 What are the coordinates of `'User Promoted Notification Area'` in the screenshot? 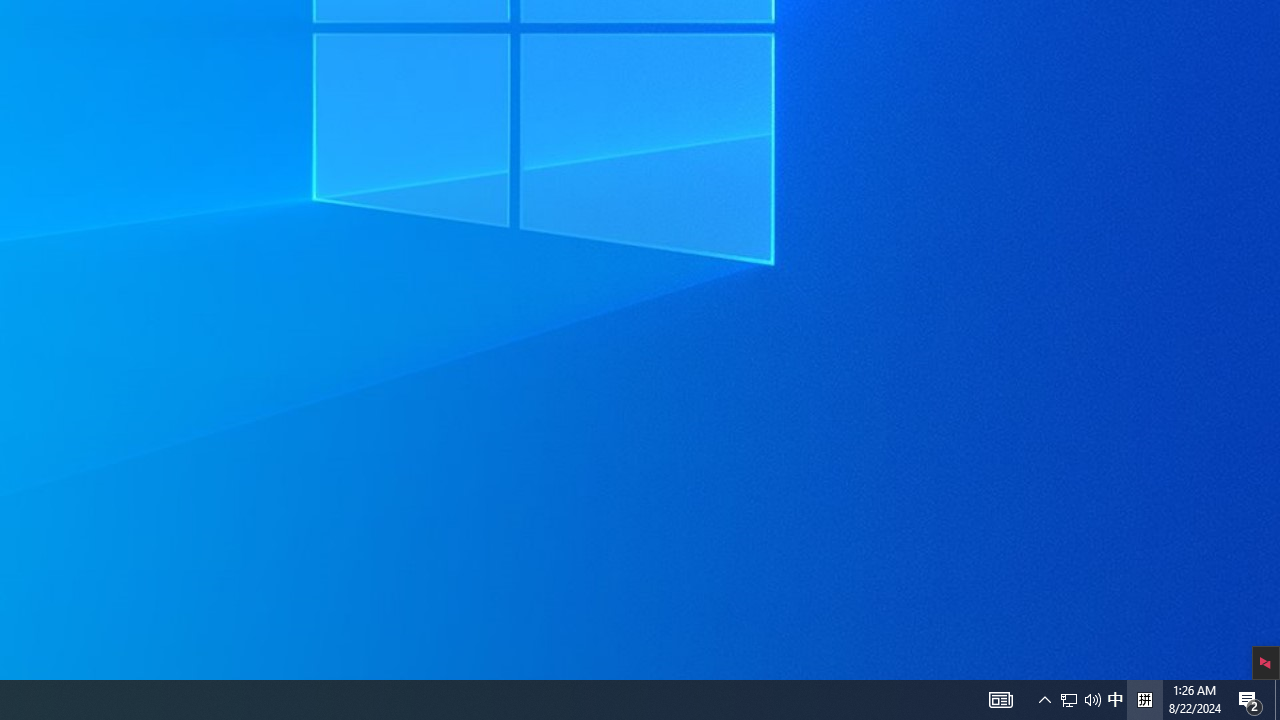 It's located at (1044, 698).